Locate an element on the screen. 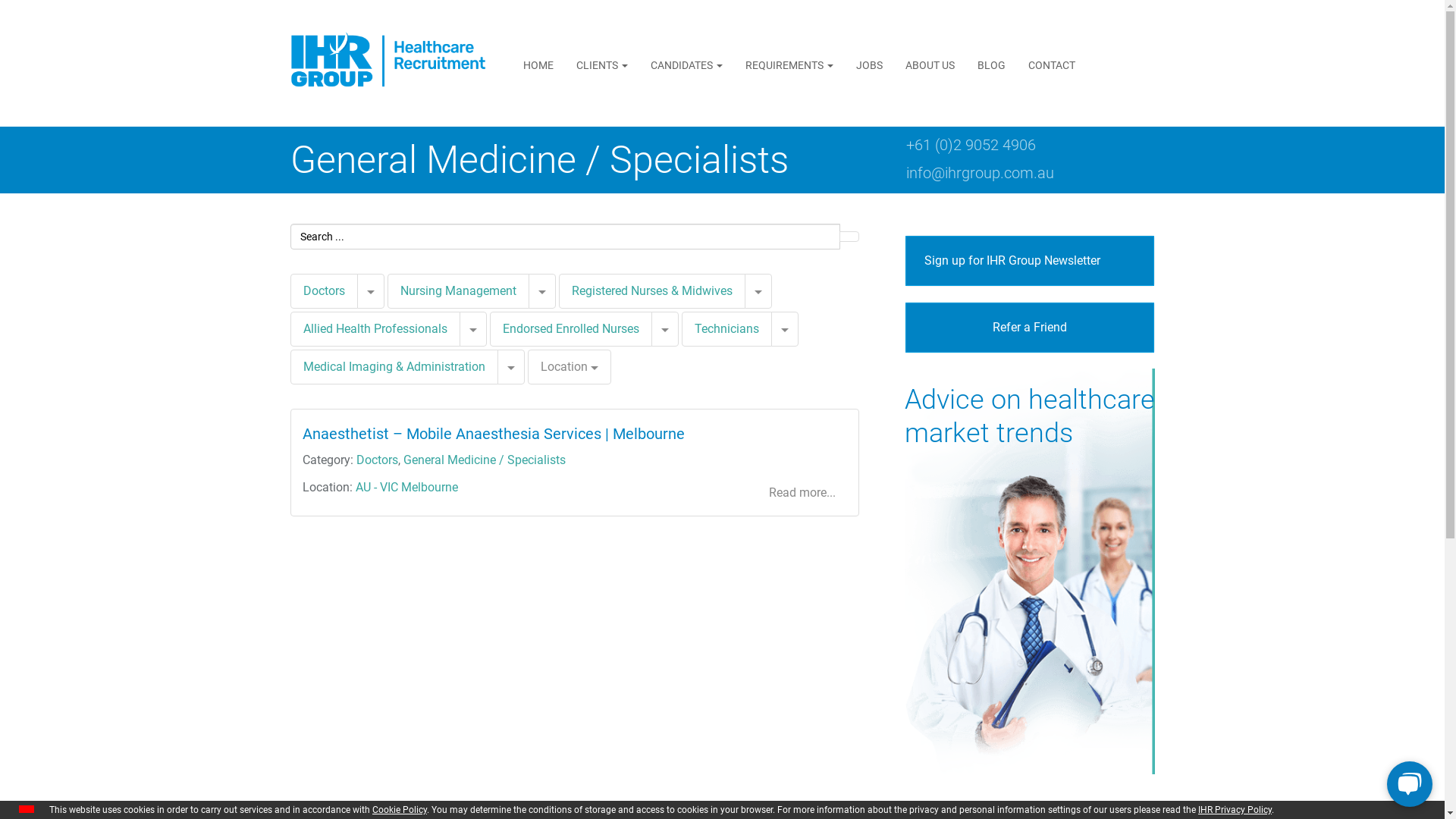  'Doctors' is located at coordinates (323, 290).